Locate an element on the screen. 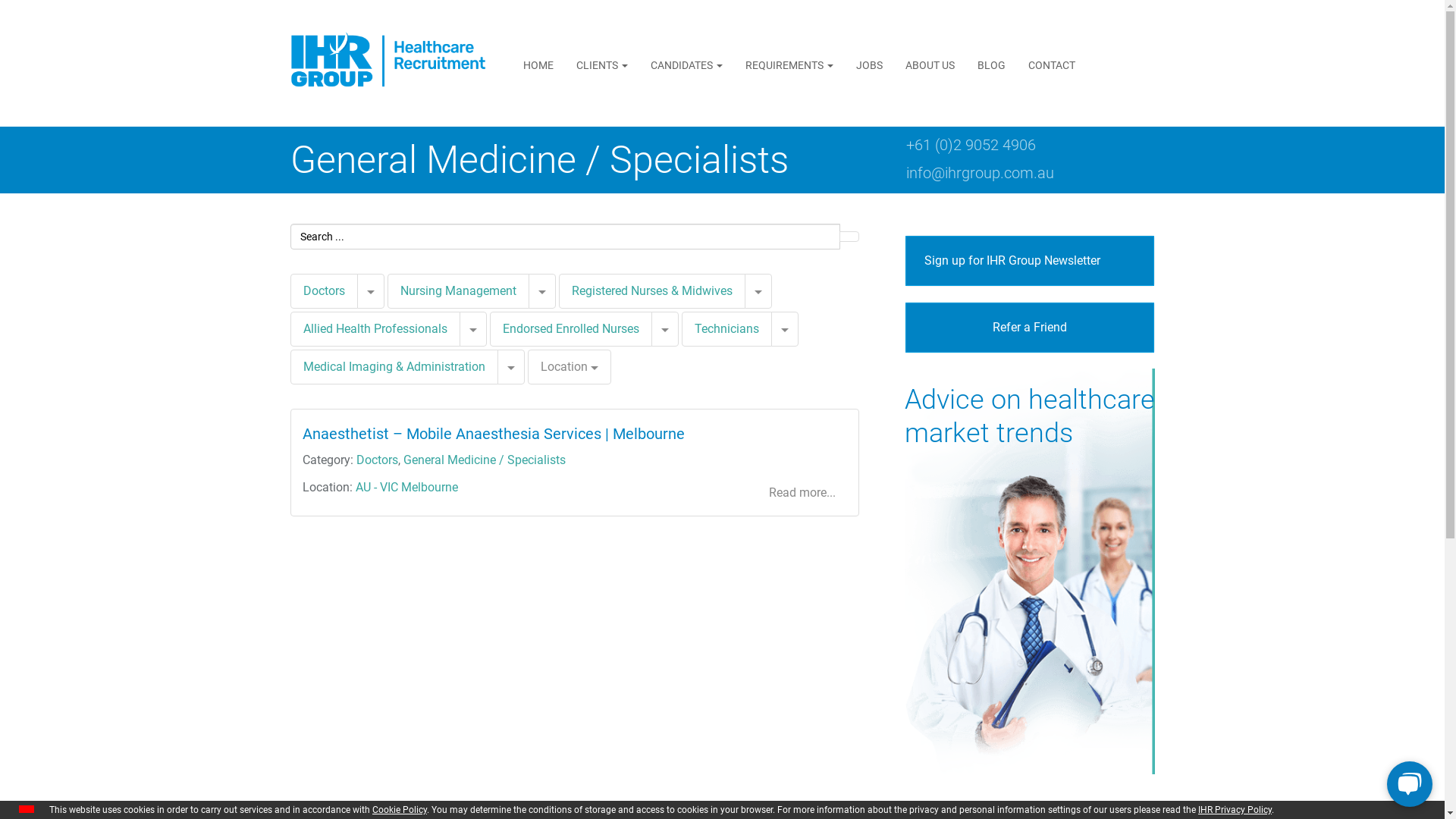  'Doctors' is located at coordinates (323, 290).